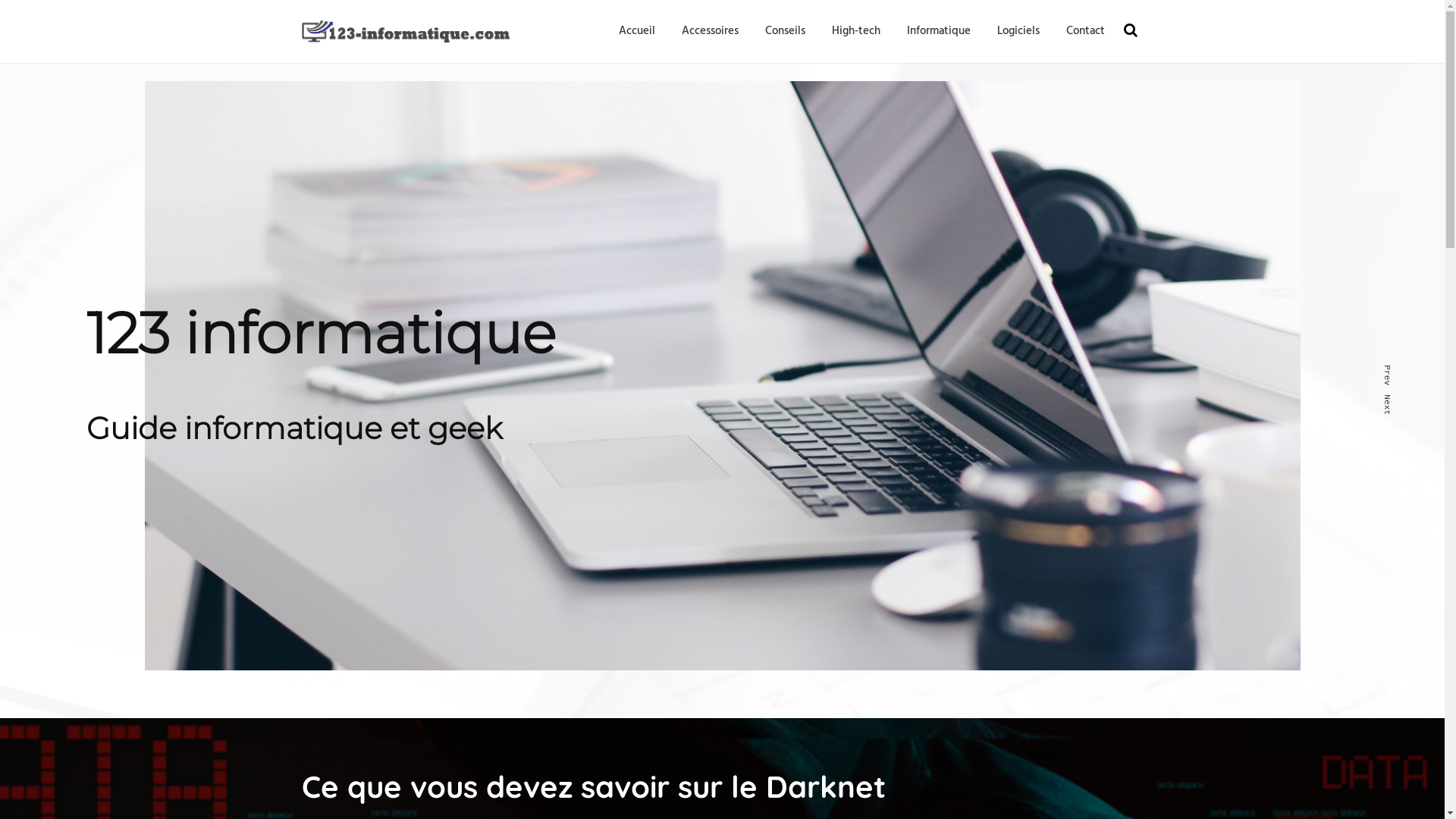 The width and height of the screenshot is (1456, 819). Describe the element at coordinates (302, 60) in the screenshot. I see `'123 informatique'` at that location.